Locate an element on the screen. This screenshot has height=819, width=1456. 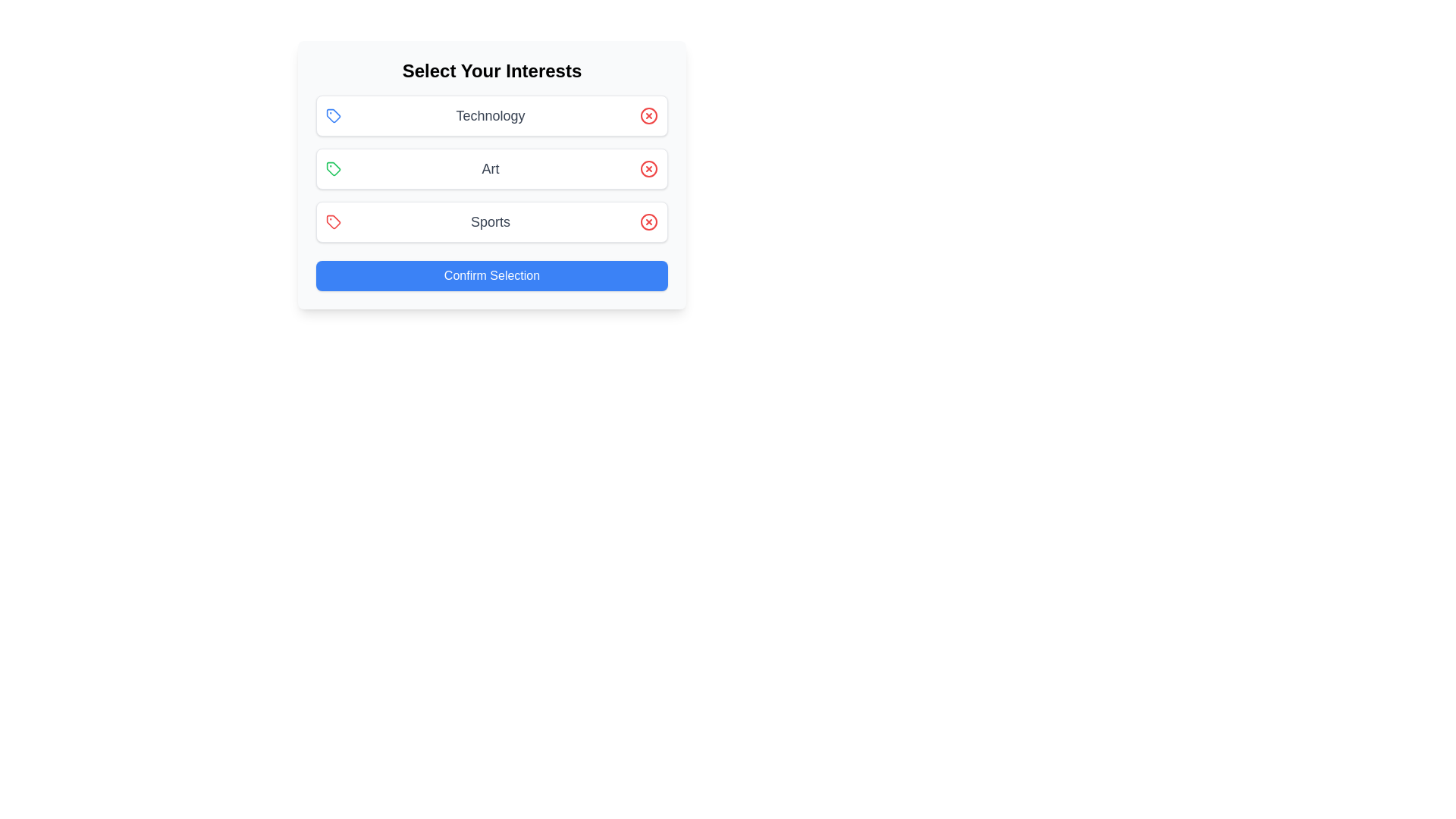
the Sports Icon to observe its hover effect is located at coordinates (333, 222).